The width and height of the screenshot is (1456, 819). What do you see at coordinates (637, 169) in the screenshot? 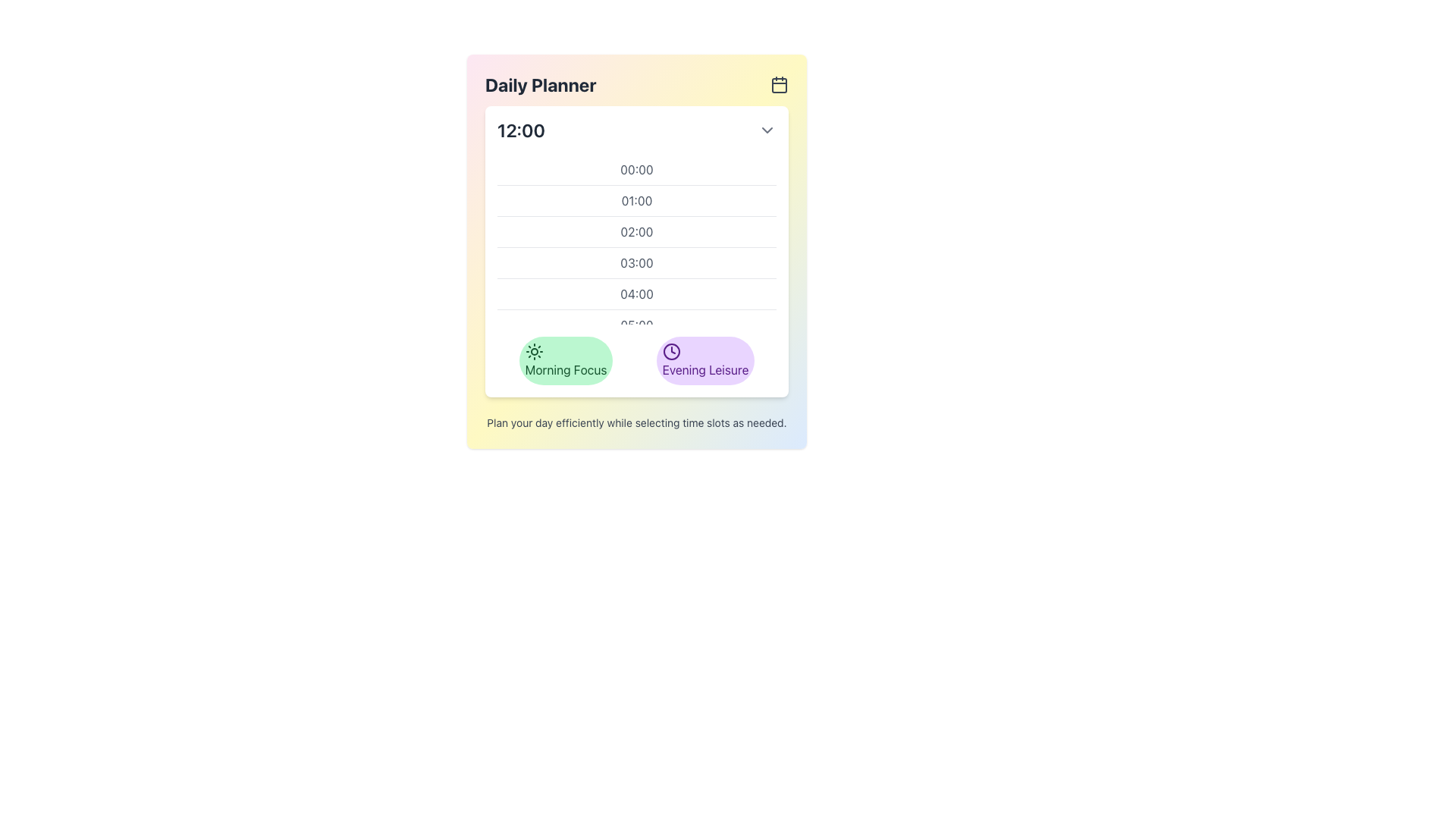
I see `the text label displaying '00:00'` at bounding box center [637, 169].